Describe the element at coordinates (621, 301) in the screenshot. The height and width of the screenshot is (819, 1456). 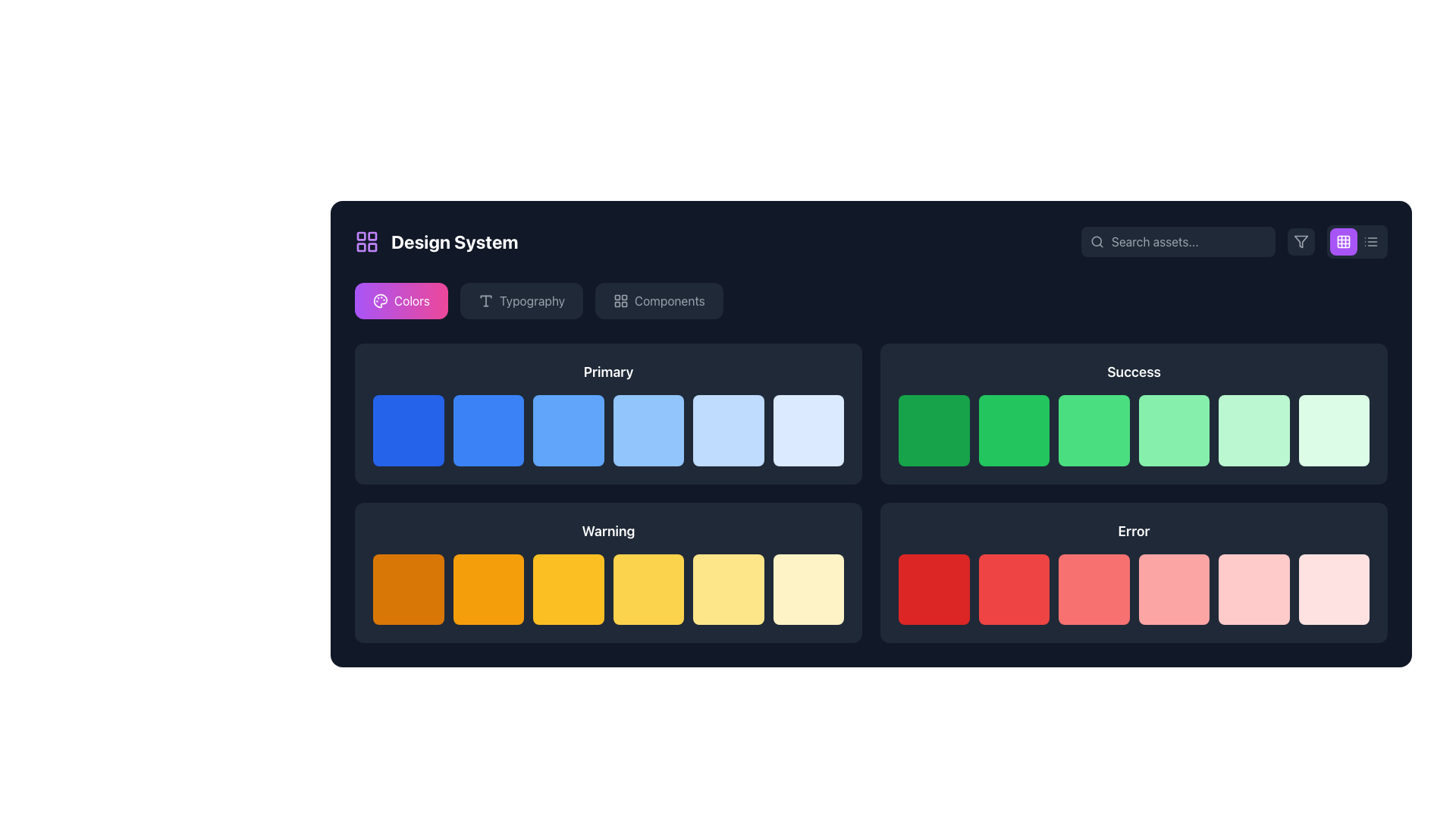
I see `the SVG-based layout grid icon located inside the 'Components' button, positioned to the left of the text 'Components'` at that location.